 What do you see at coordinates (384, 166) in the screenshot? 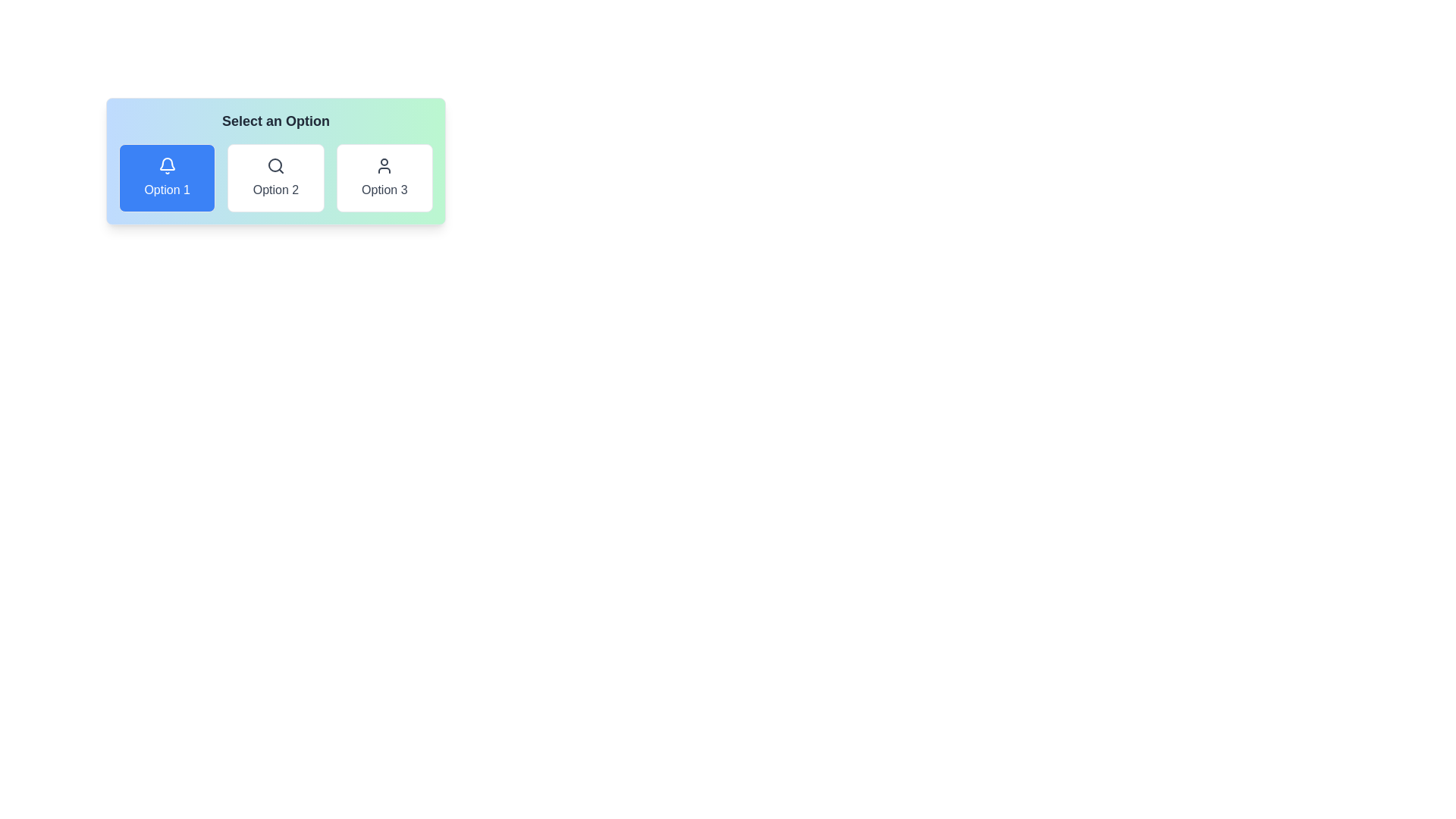
I see `the 'Option 3' icon that represents user or profile-related functionality in the horizontal option menu` at bounding box center [384, 166].